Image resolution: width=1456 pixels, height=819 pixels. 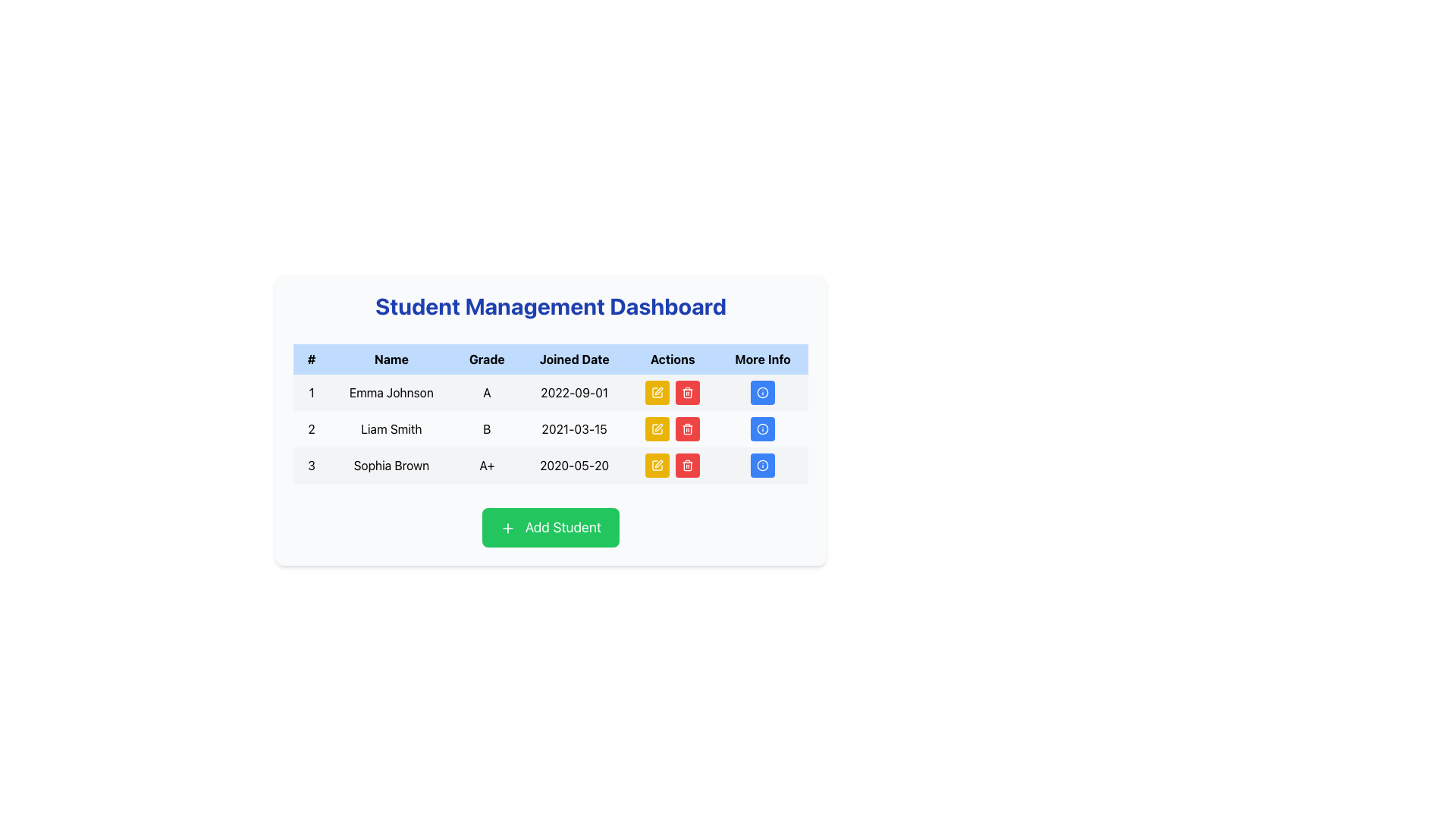 What do you see at coordinates (550, 359) in the screenshot?
I see `header text of the Table Header Row located at the top of the bordered table in the 'Student Management Dashboard' interface` at bounding box center [550, 359].